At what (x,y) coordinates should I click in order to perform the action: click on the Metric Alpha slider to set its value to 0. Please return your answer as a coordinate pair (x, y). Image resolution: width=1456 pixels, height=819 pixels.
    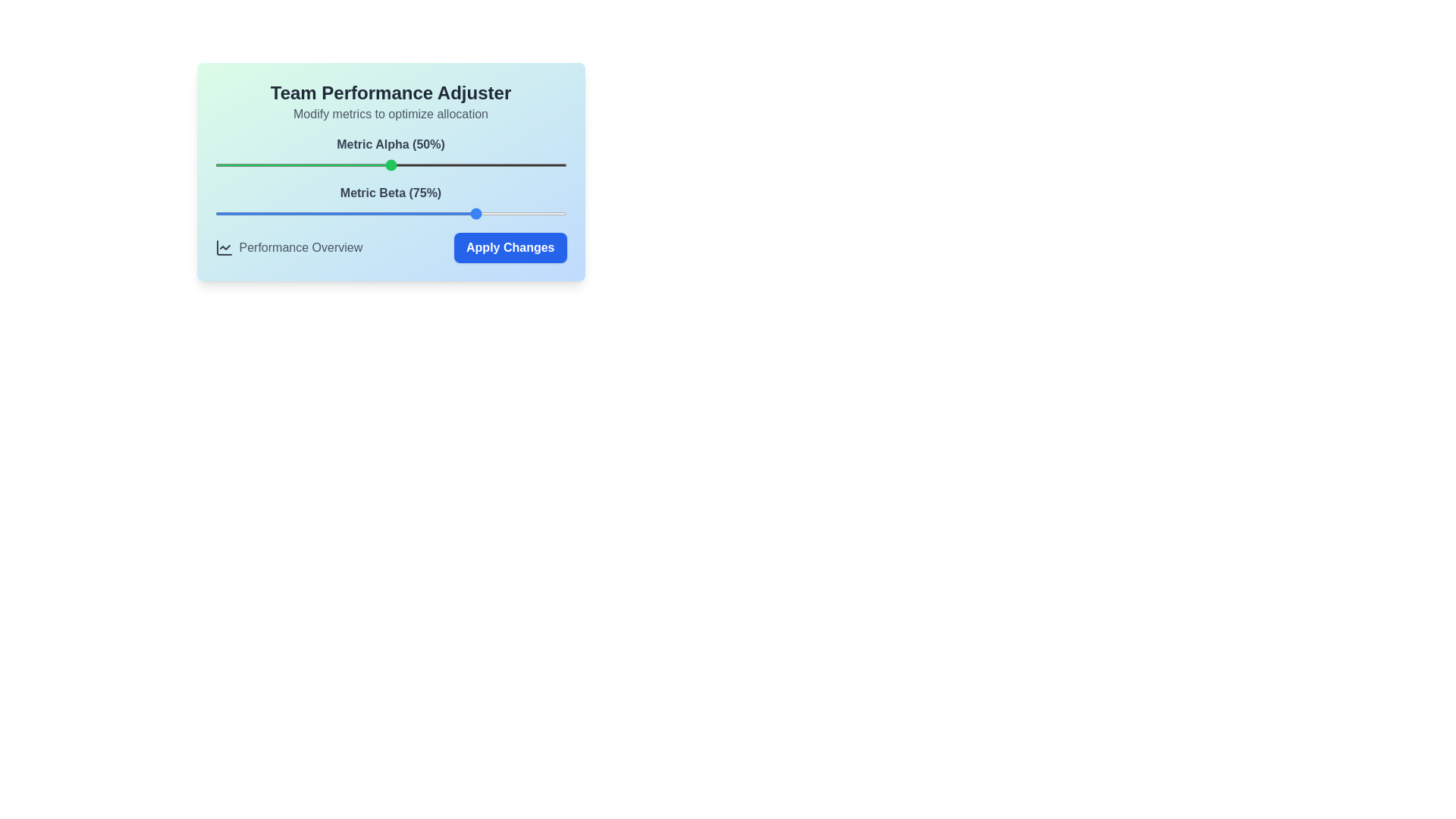
    Looking at the image, I should click on (214, 165).